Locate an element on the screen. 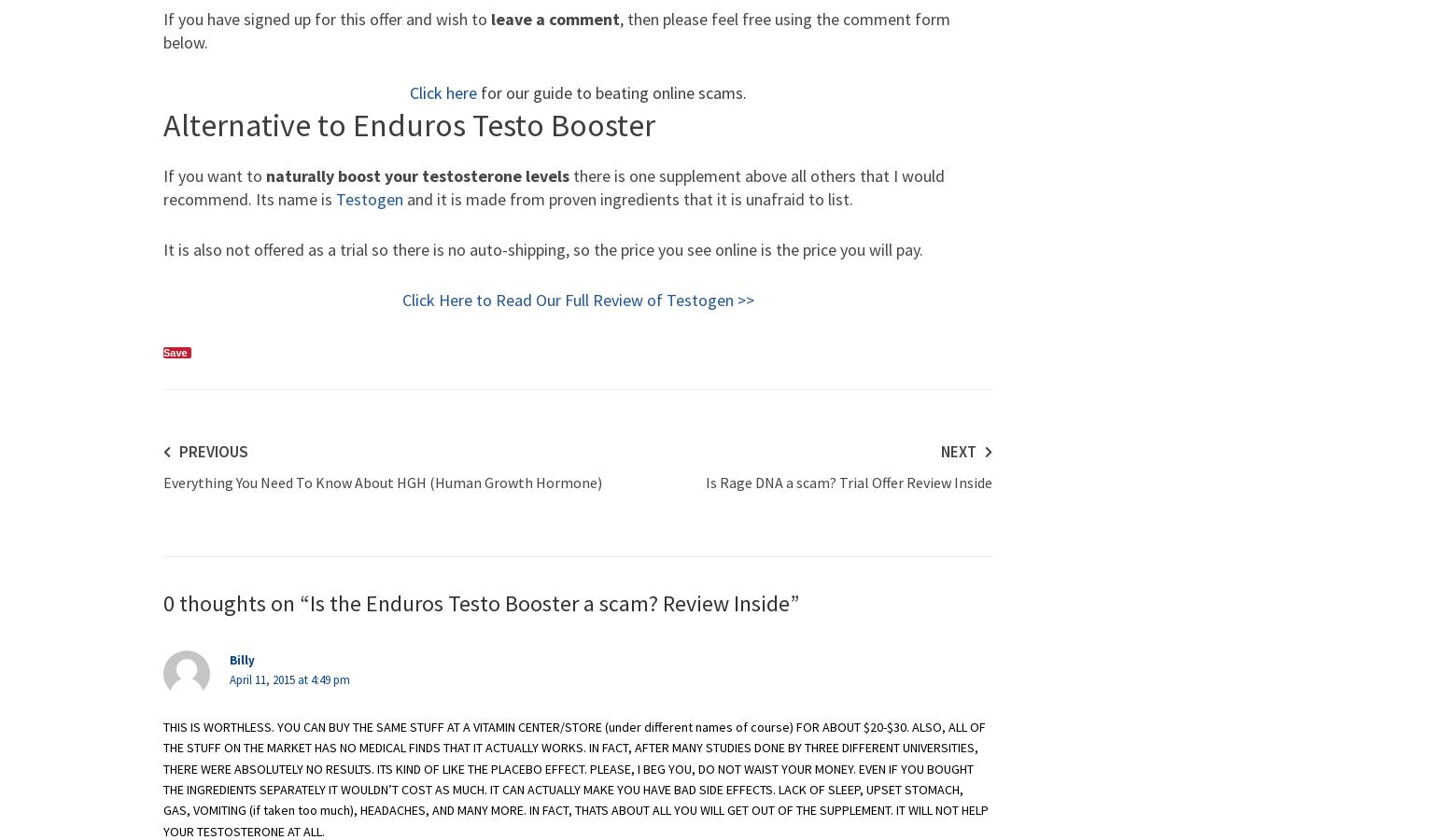 The width and height of the screenshot is (1447, 840). 'Save' is located at coordinates (174, 352).